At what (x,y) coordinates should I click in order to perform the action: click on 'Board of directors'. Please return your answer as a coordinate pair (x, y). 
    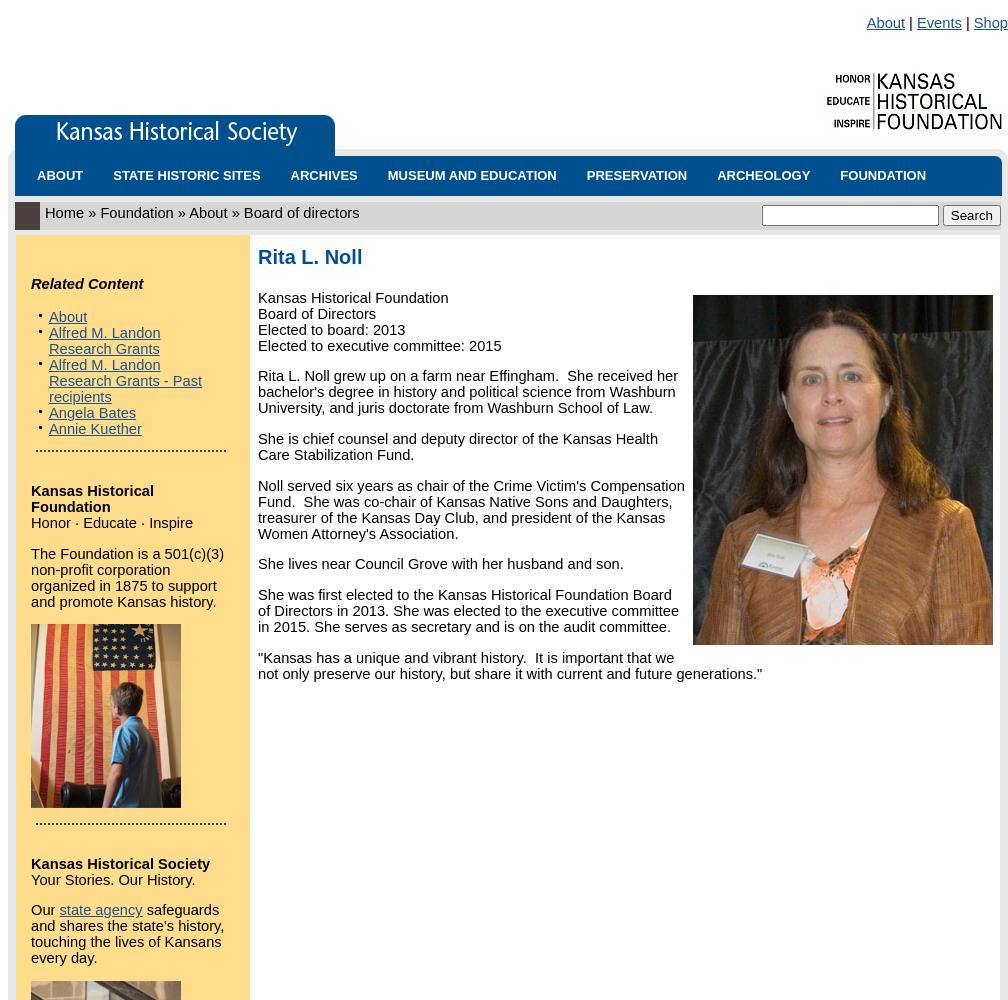
    Looking at the image, I should click on (300, 212).